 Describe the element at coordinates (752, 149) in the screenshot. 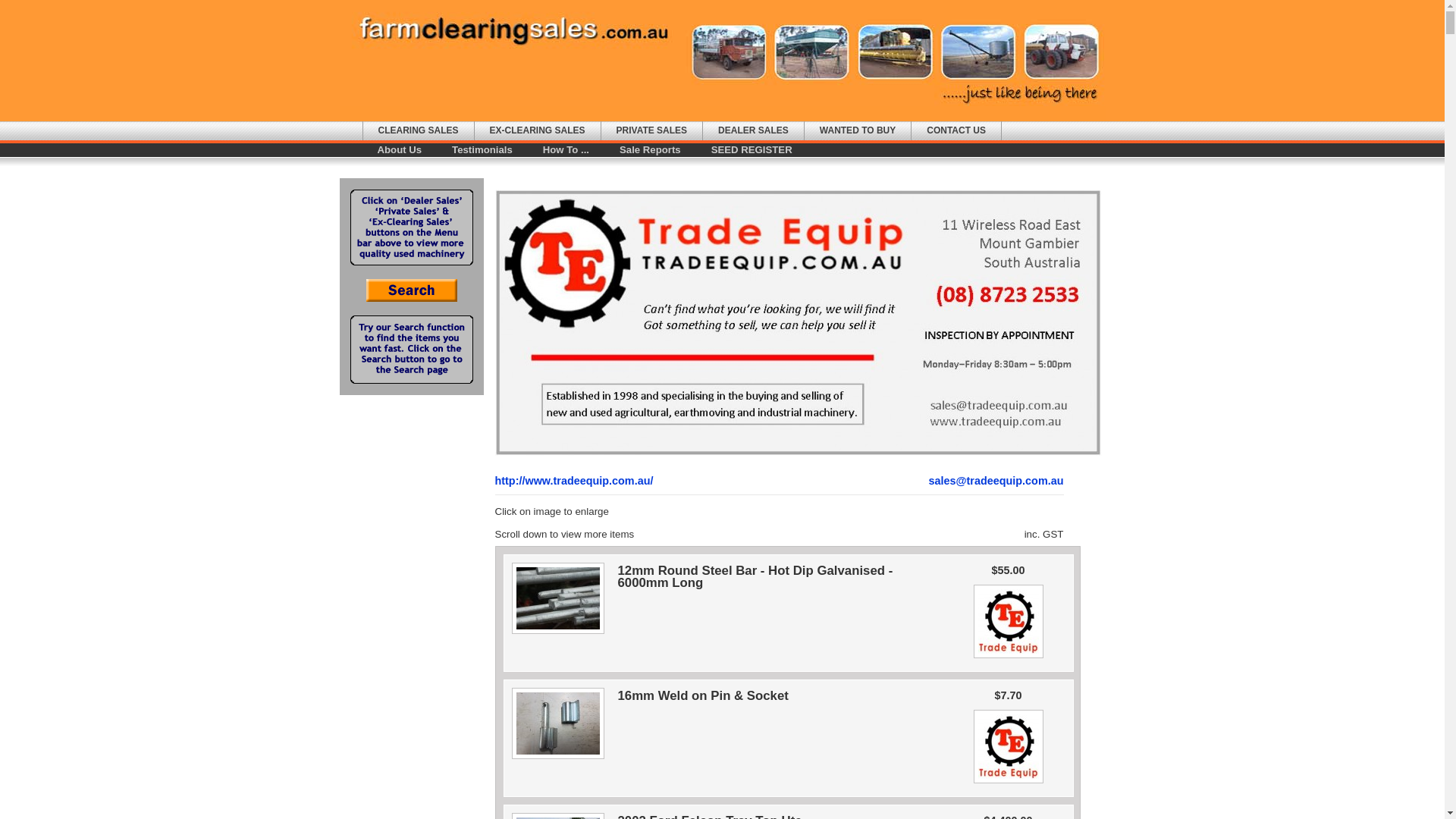

I see `'SEED REGISTER'` at that location.